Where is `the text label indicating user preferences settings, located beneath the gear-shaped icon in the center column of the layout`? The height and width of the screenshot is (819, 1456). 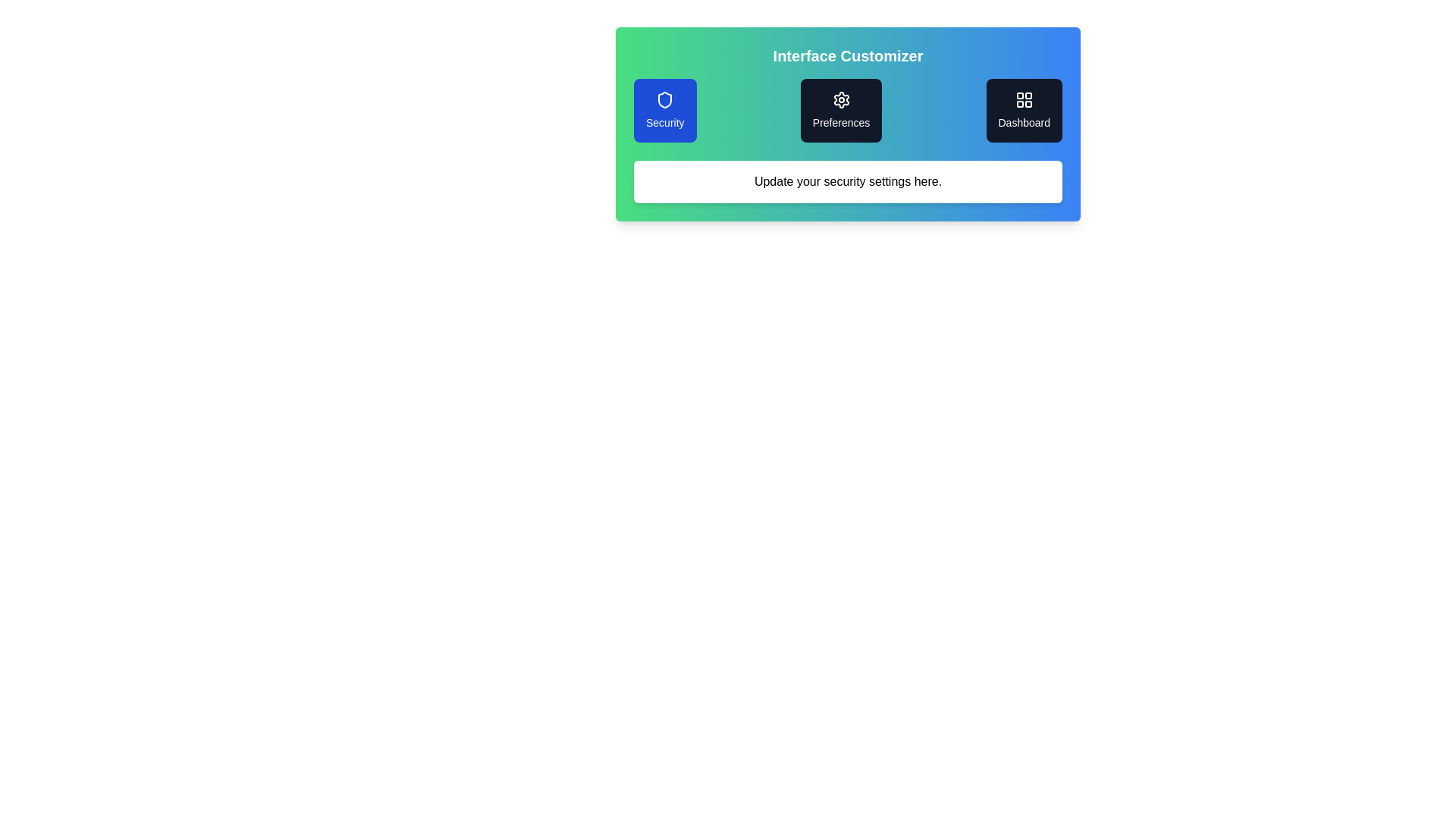 the text label indicating user preferences settings, located beneath the gear-shaped icon in the center column of the layout is located at coordinates (840, 122).